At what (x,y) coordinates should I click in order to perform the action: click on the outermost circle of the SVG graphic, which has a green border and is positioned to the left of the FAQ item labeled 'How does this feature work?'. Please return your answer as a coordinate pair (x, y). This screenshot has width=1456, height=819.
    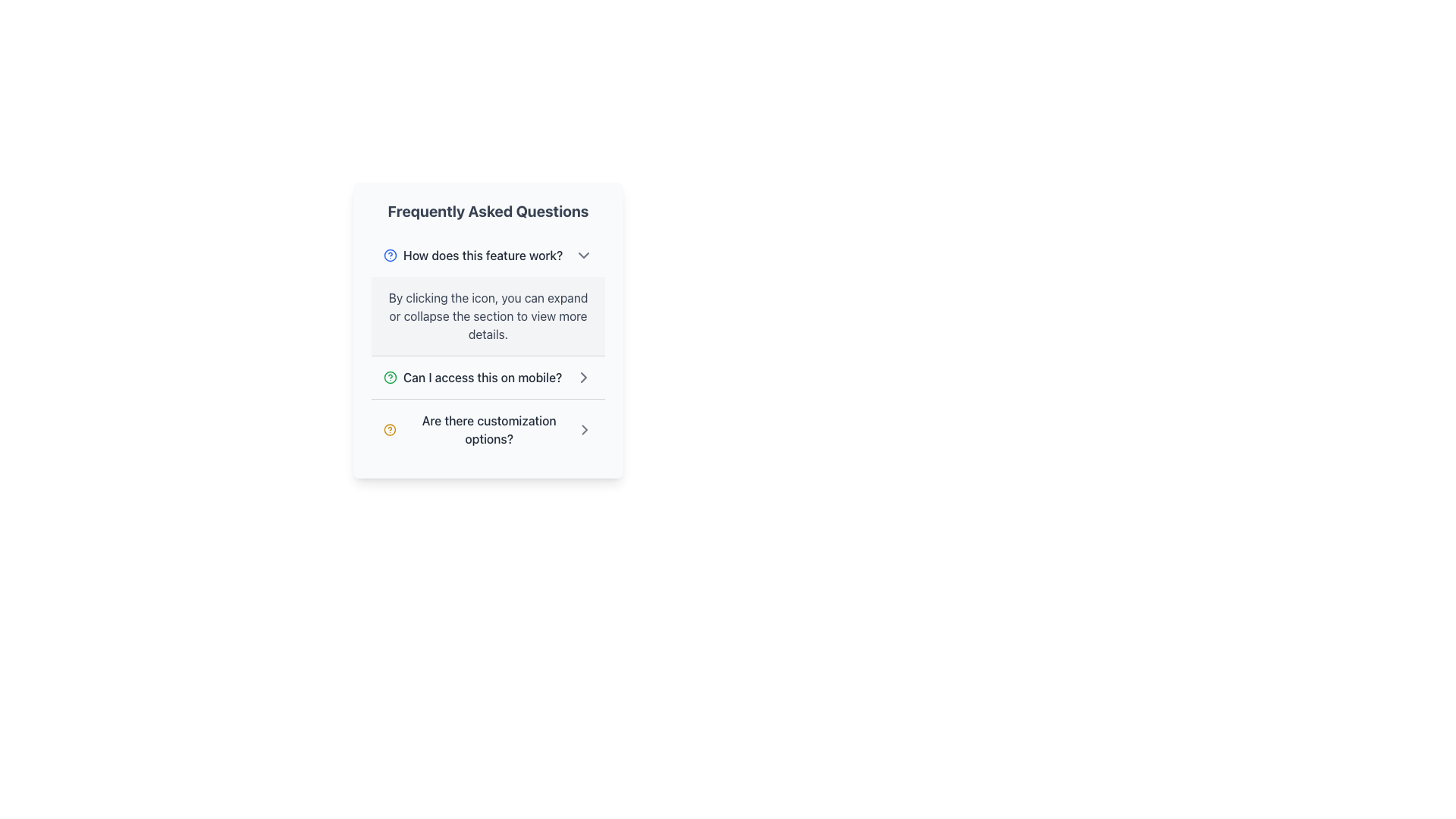
    Looking at the image, I should click on (390, 376).